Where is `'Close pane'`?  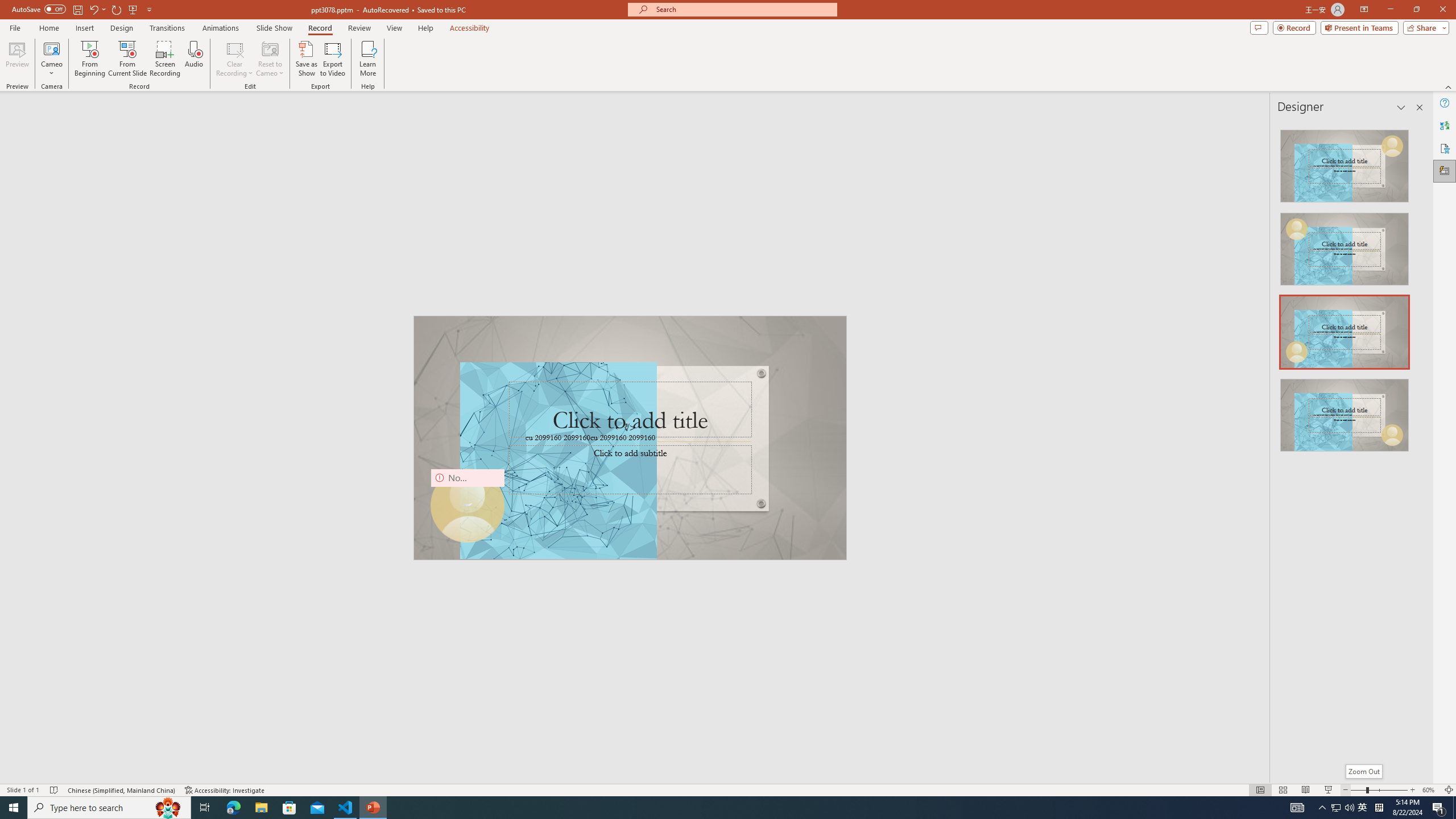
'Close pane' is located at coordinates (1419, 107).